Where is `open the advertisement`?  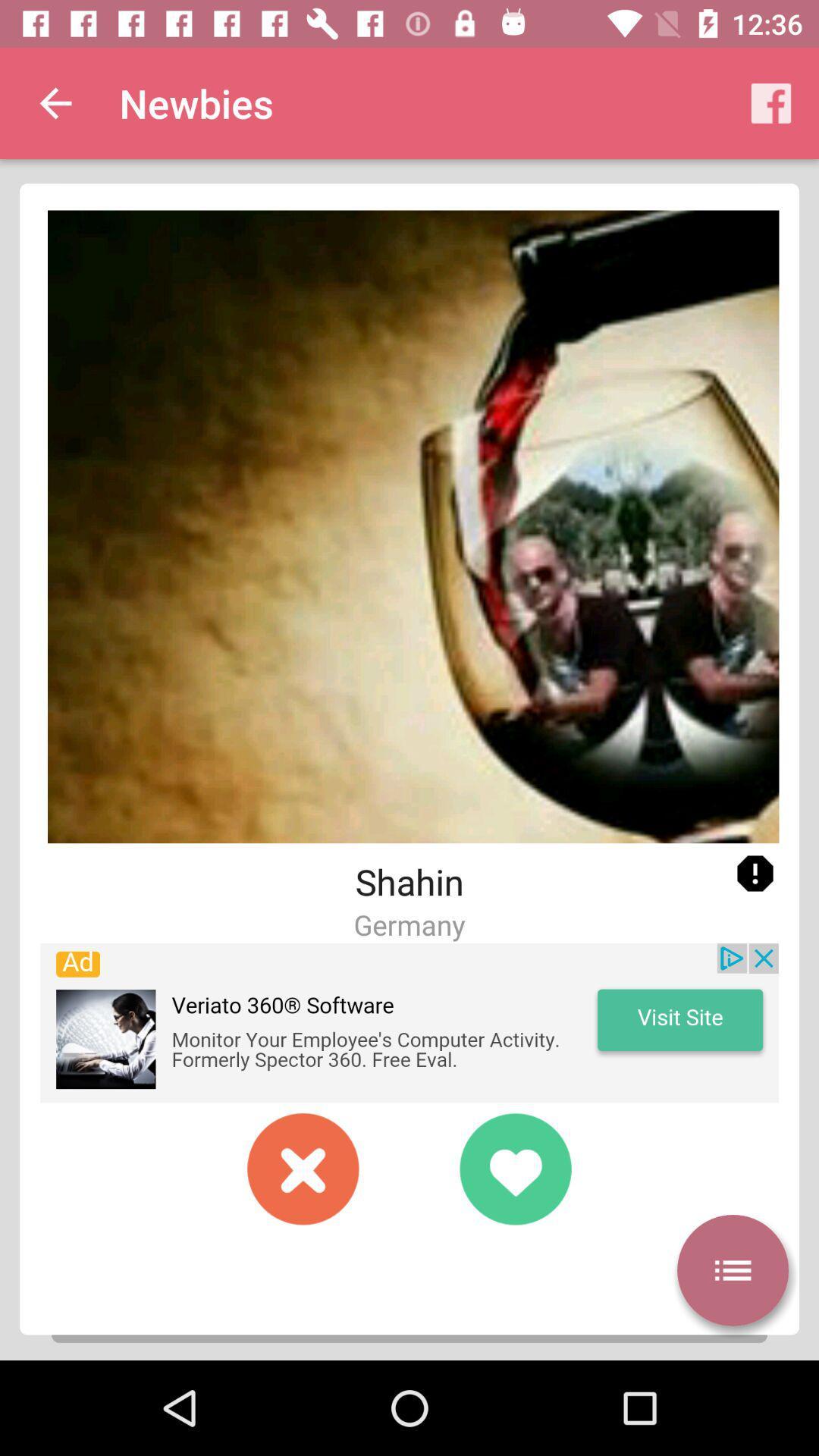
open the advertisement is located at coordinates (409, 1023).